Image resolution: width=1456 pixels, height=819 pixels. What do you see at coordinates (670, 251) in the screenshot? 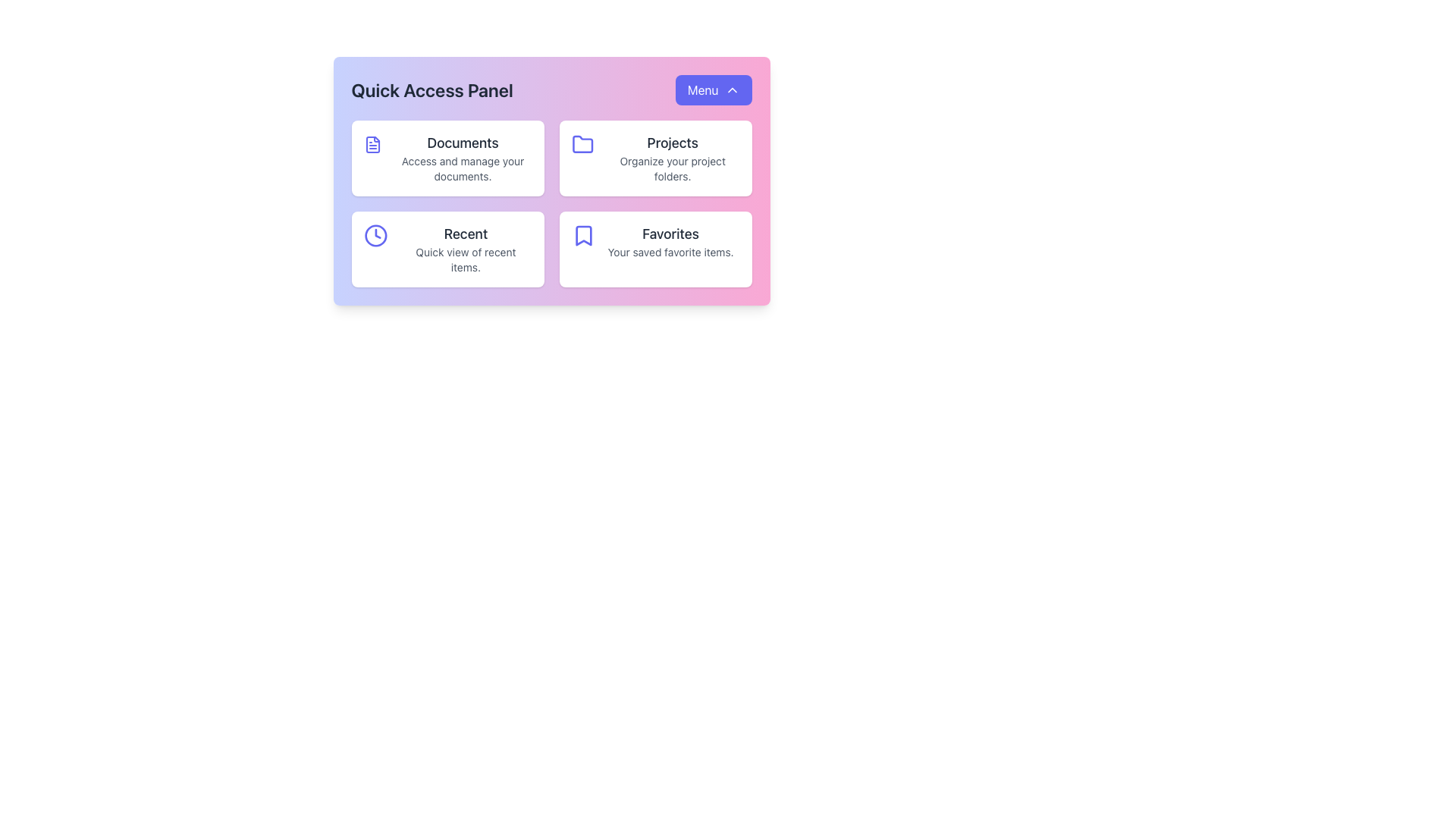
I see `the text label that reads 'Your saved favorite items.' located below the 'Favorites' header in the bottom right quadrant of the interface panel` at bounding box center [670, 251].